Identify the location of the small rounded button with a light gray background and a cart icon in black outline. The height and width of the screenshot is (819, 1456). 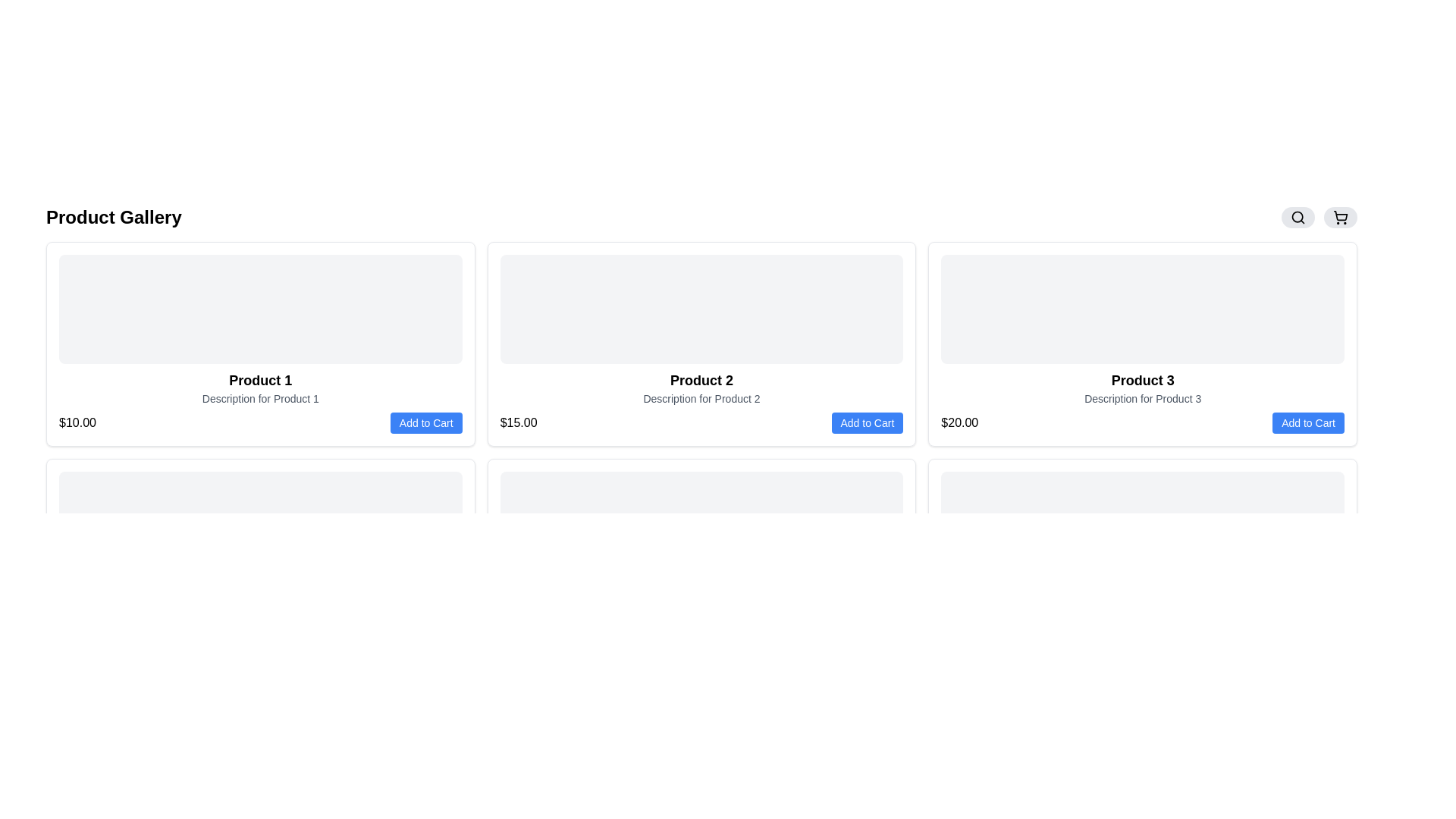
(1340, 217).